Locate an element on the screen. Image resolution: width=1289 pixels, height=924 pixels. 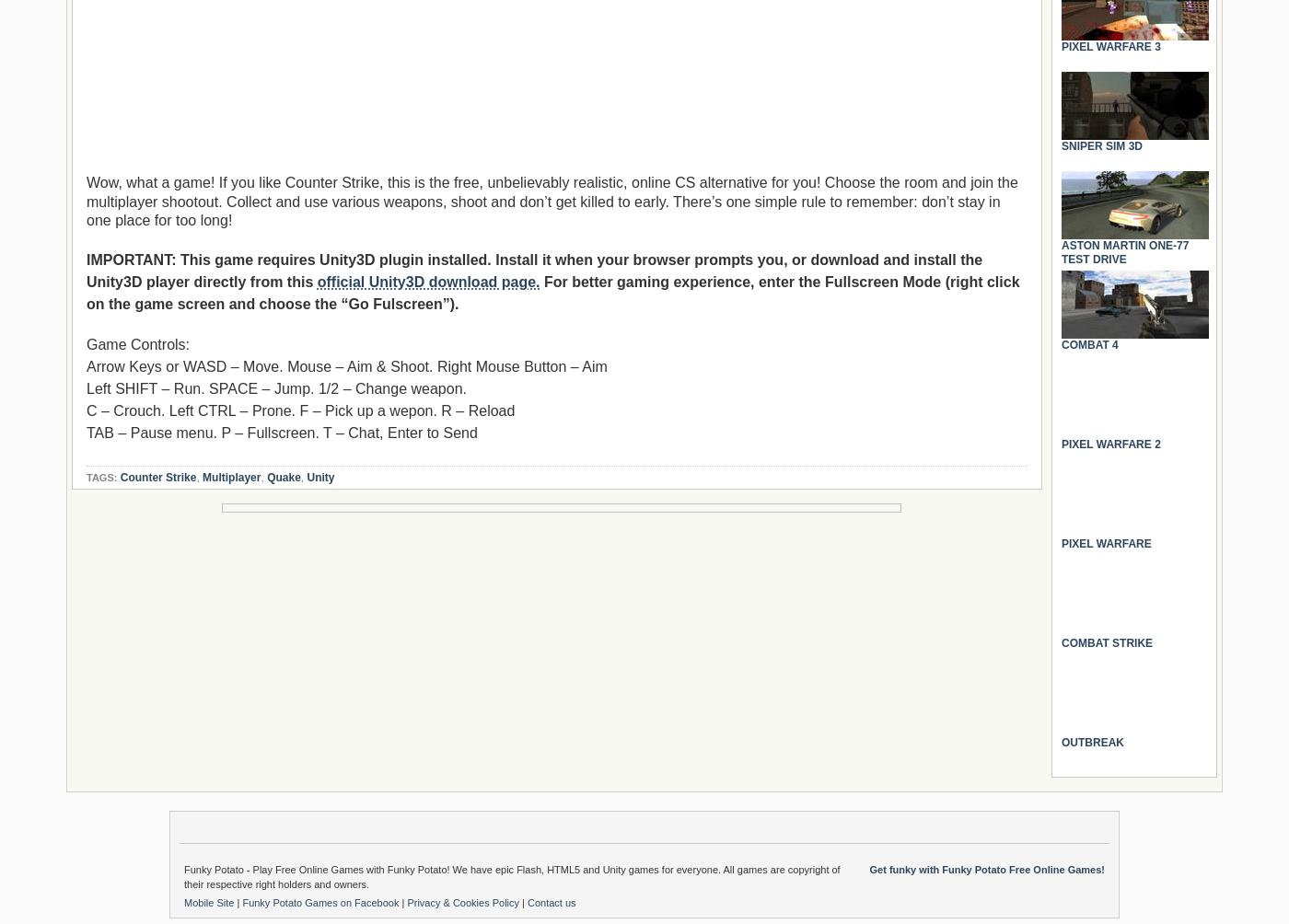
'Privacy & Cookies Policy' is located at coordinates (406, 902).